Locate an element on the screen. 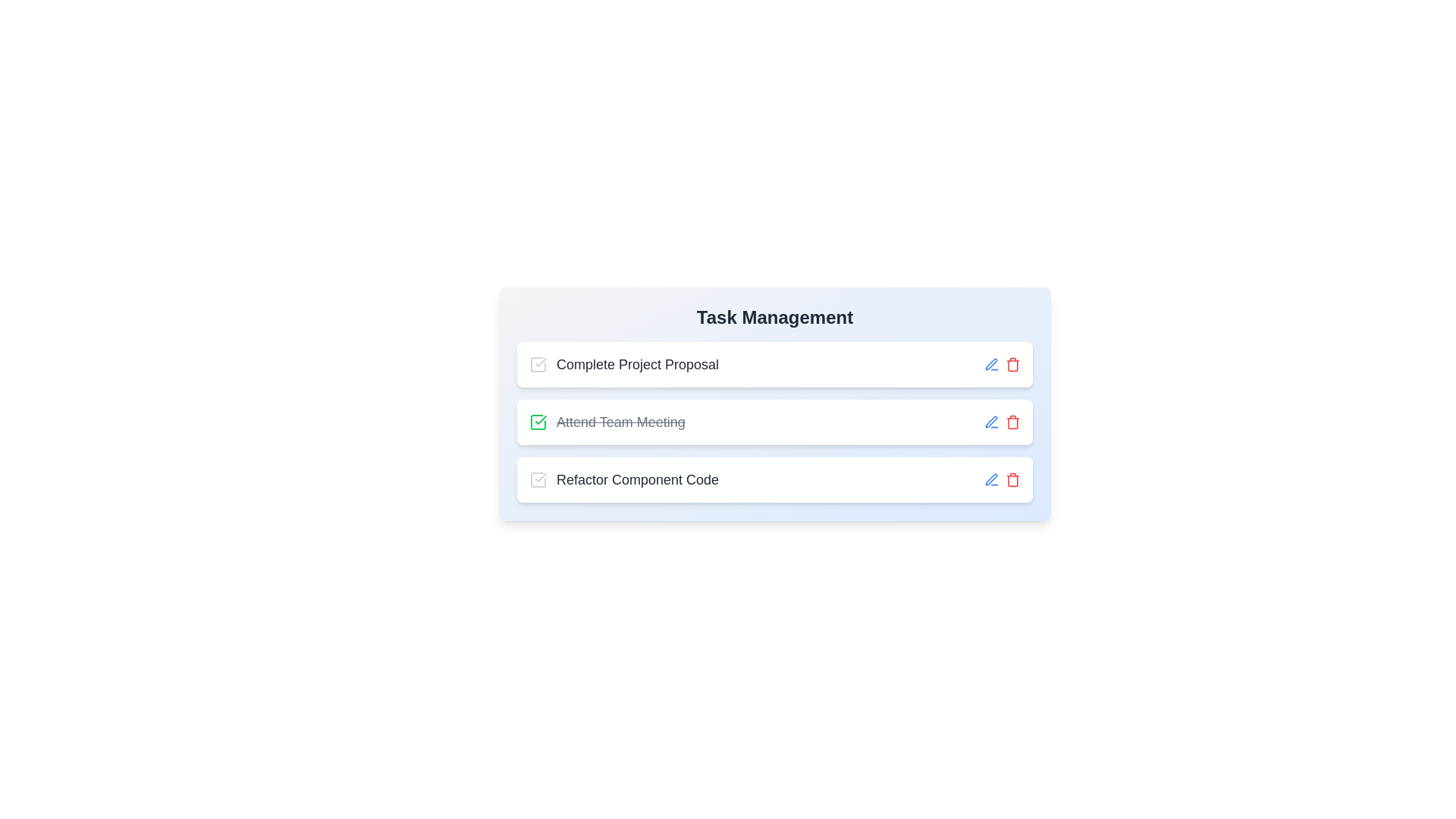  the checkbox of the first task entry in the task management system is located at coordinates (775, 365).